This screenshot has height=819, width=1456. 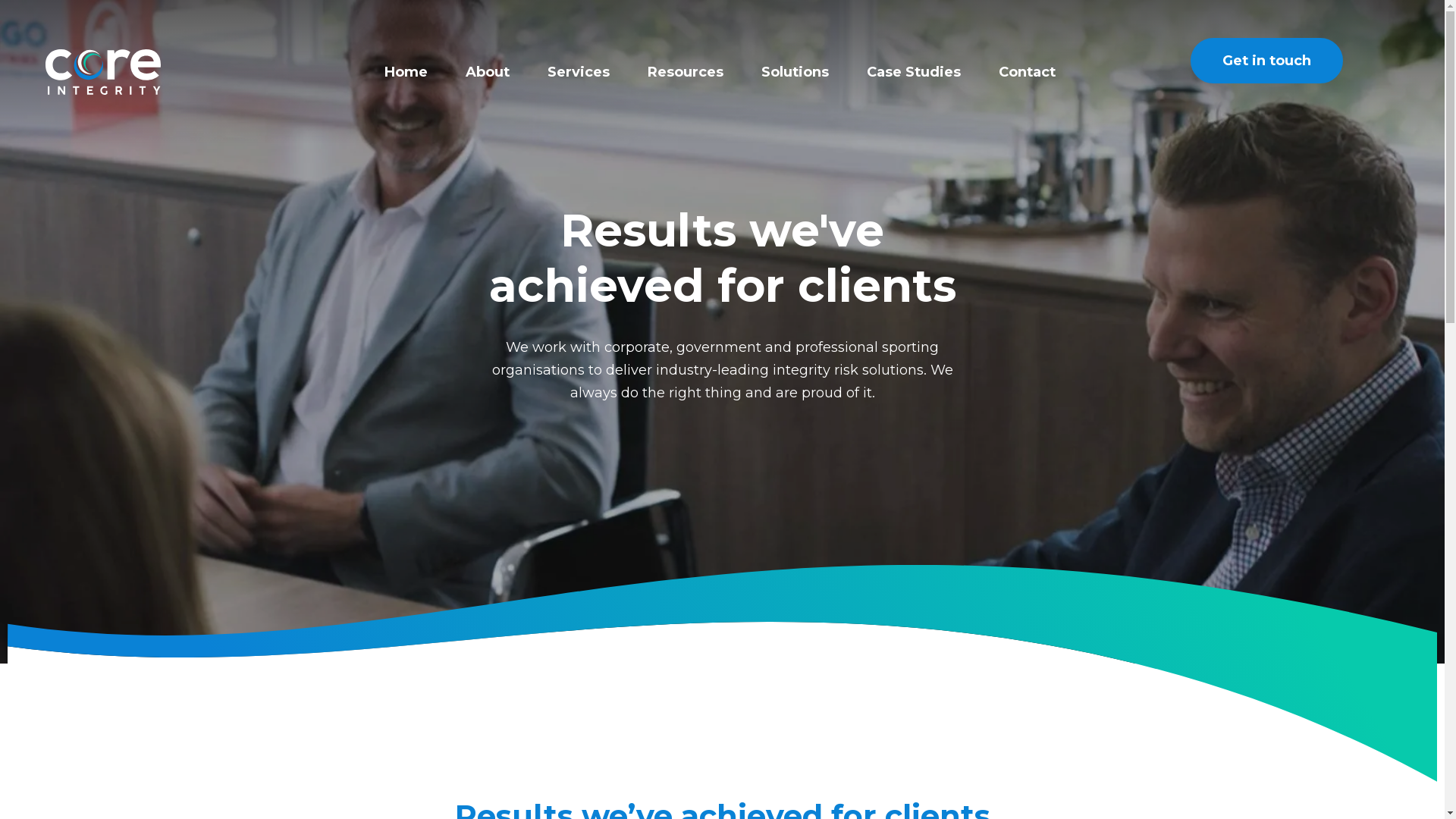 I want to click on 'Get in touch', so click(x=1266, y=60).